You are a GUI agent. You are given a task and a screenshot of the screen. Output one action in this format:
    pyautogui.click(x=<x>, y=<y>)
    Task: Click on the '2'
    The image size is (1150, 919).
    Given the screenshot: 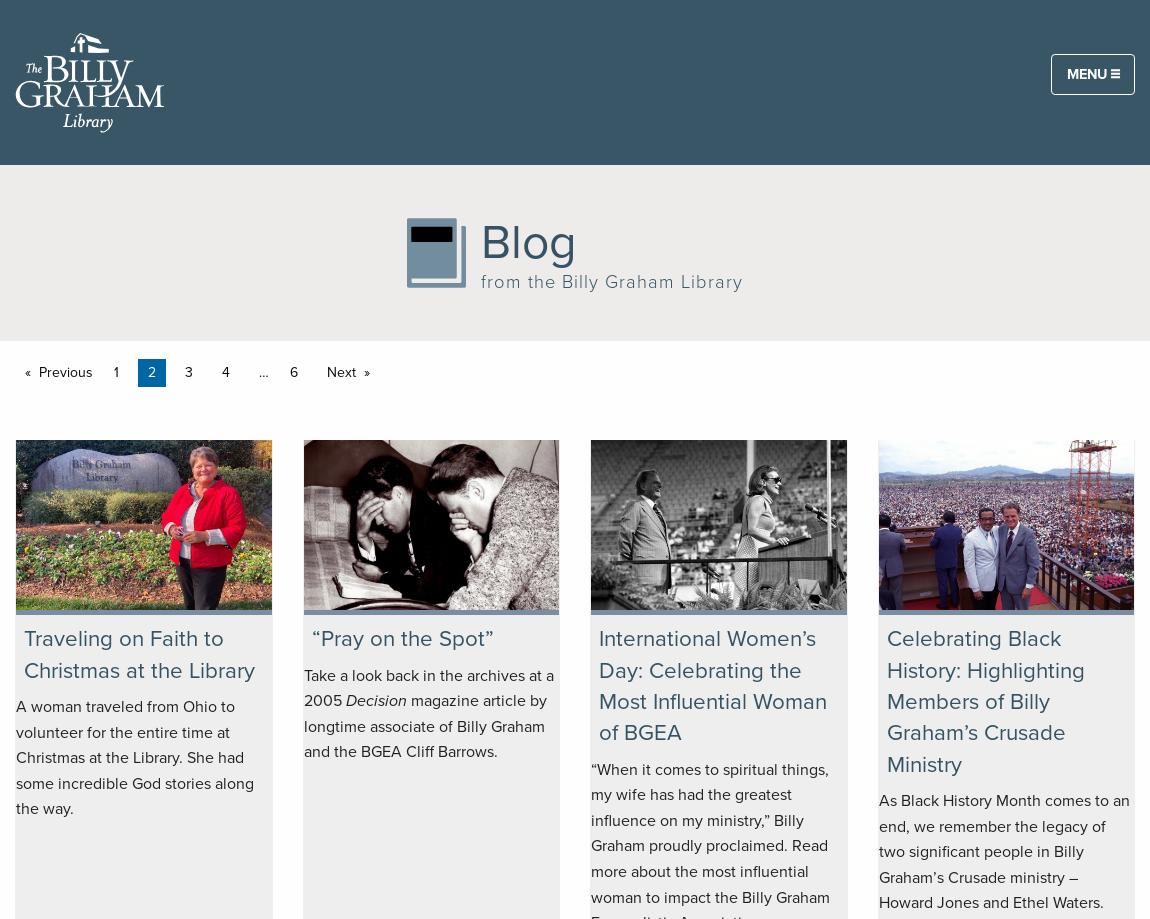 What is the action you would take?
    pyautogui.click(x=151, y=371)
    